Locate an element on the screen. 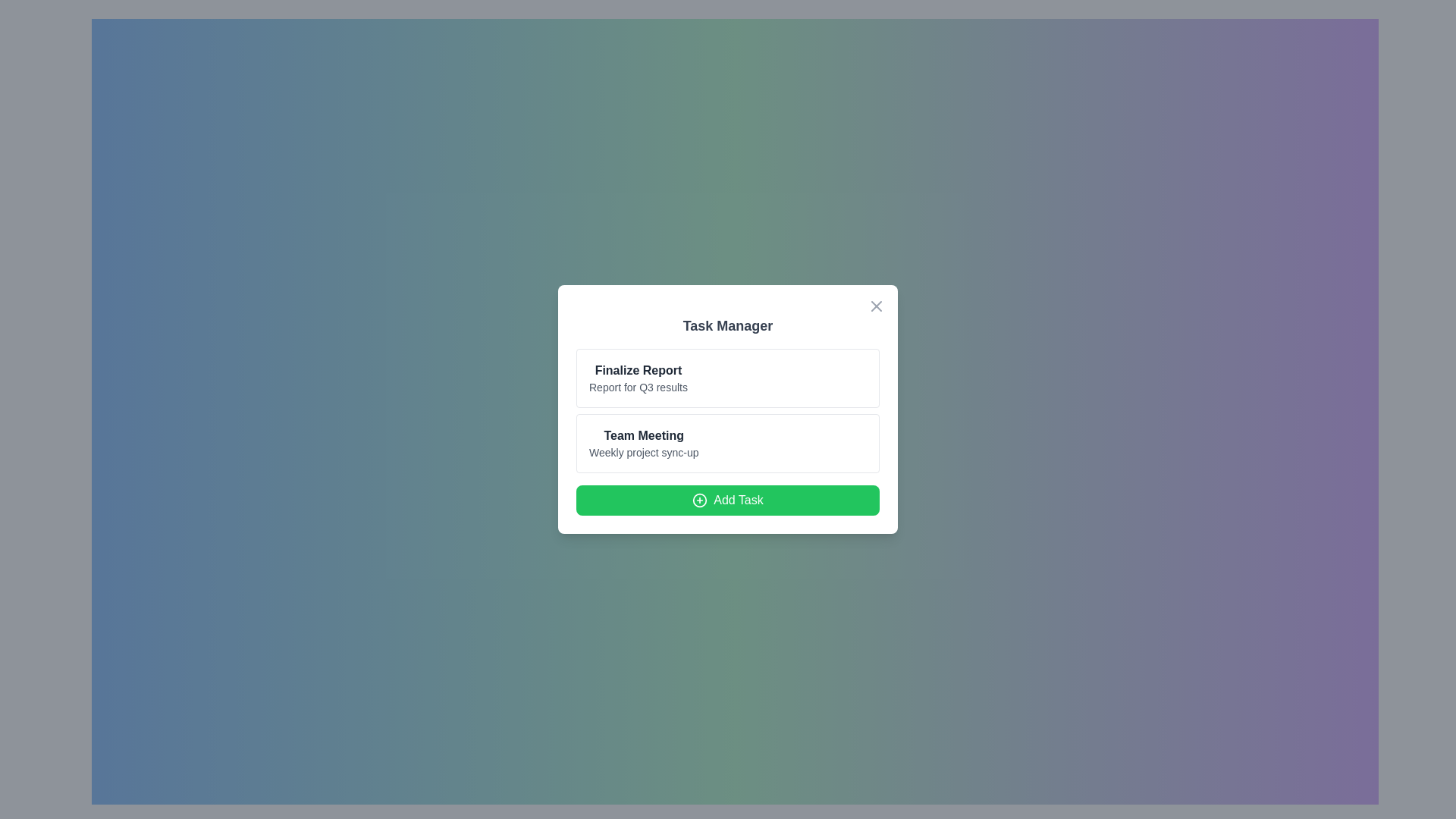 This screenshot has height=819, width=1456. the text label providing a brief description for the 'Team Meeting' section, located directly below the 'Team Meeting' heading is located at coordinates (644, 452).